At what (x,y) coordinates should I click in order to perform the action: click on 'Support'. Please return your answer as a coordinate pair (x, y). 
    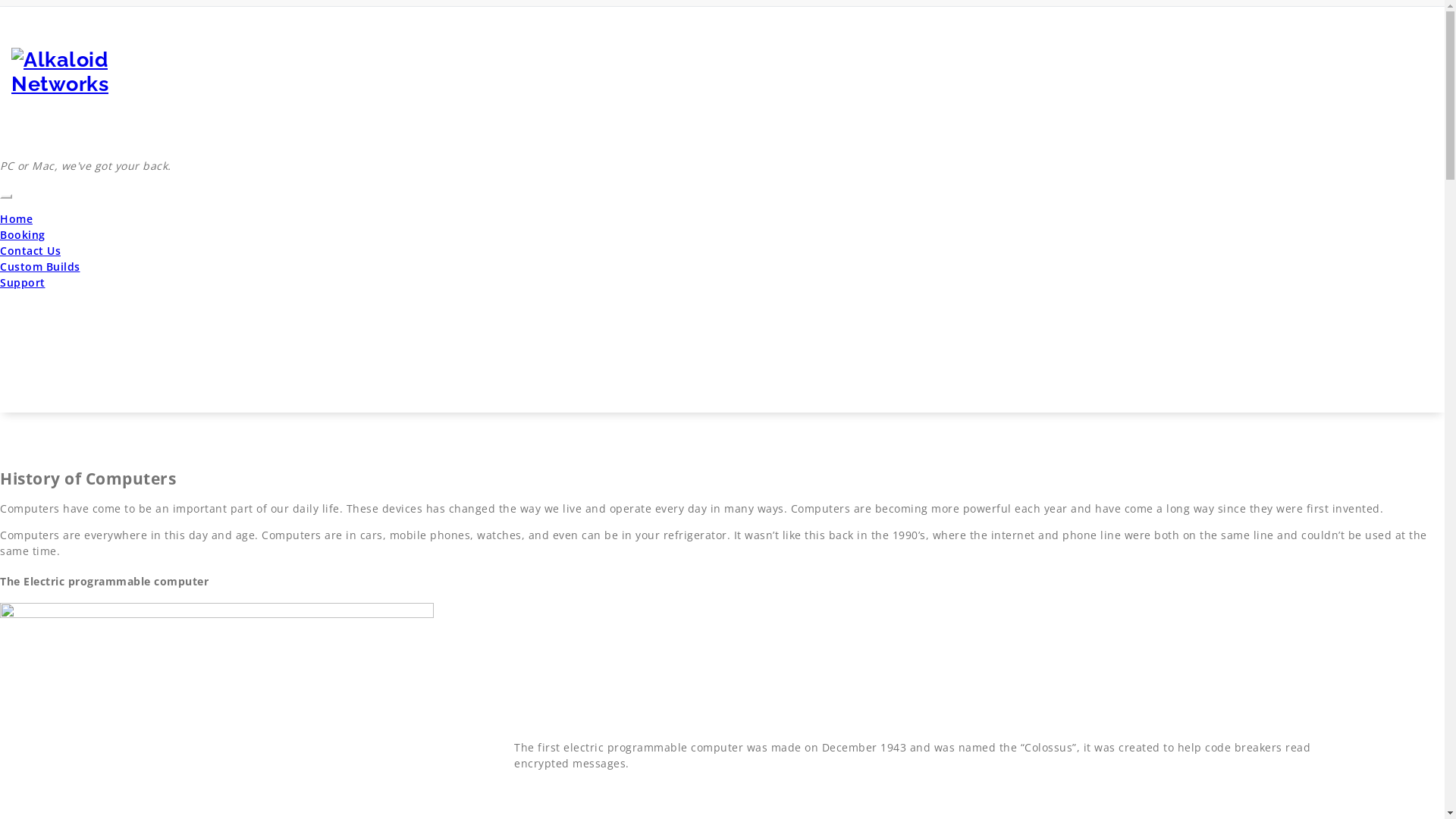
    Looking at the image, I should click on (0, 282).